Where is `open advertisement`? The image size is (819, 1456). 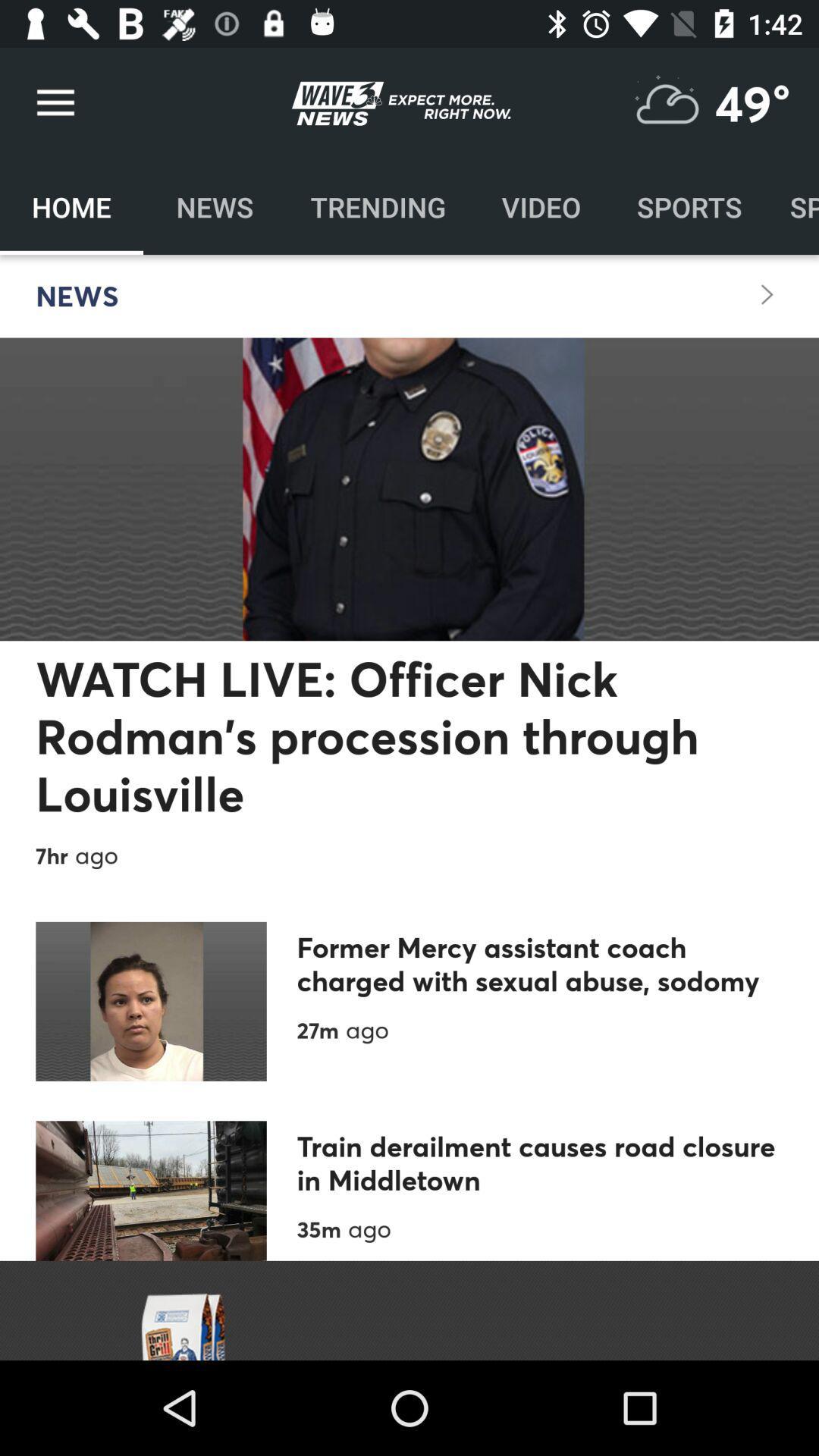 open advertisement is located at coordinates (409, 1310).